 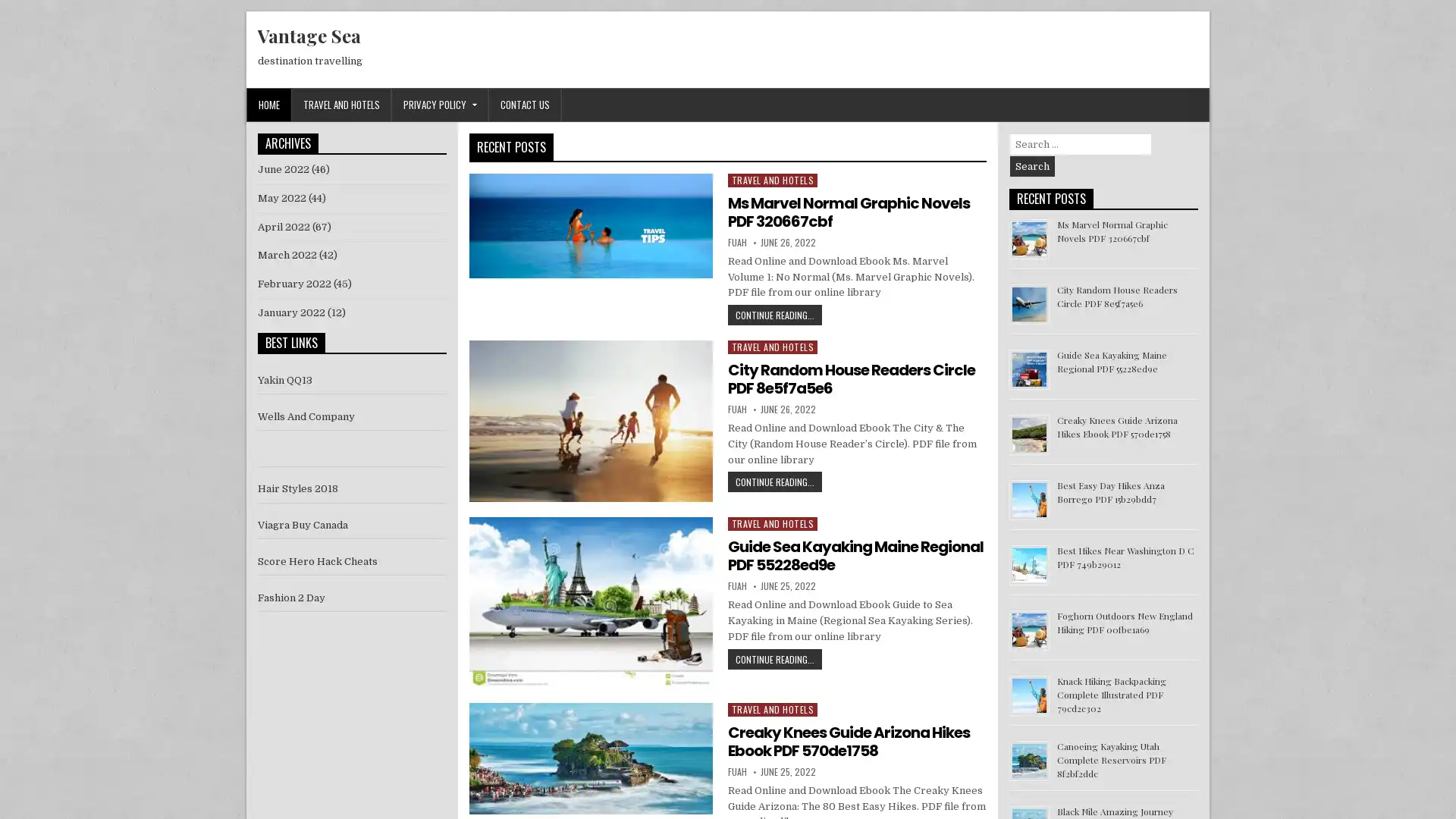 What do you see at coordinates (1031, 166) in the screenshot?
I see `Search` at bounding box center [1031, 166].